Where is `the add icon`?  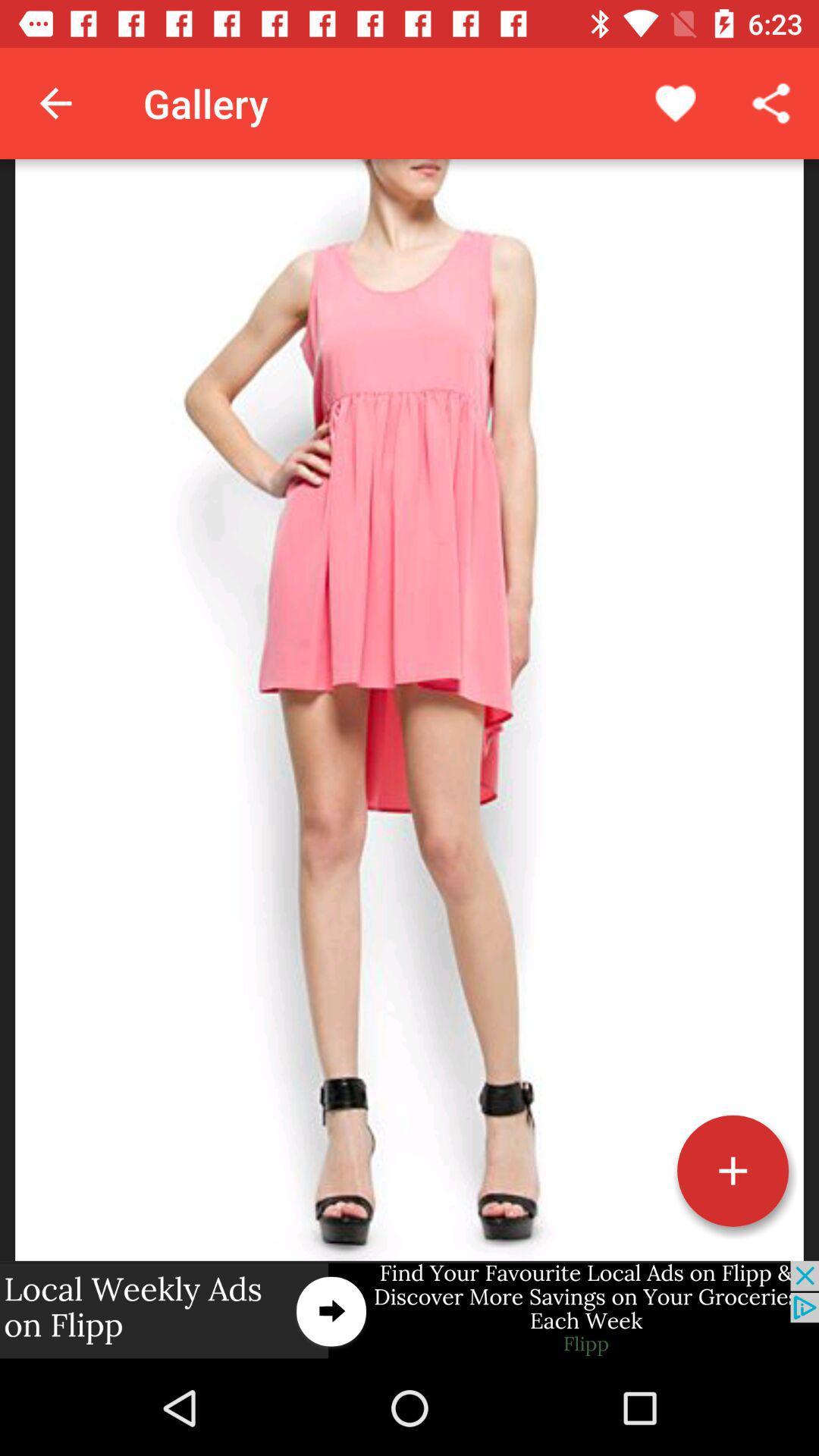
the add icon is located at coordinates (732, 1170).